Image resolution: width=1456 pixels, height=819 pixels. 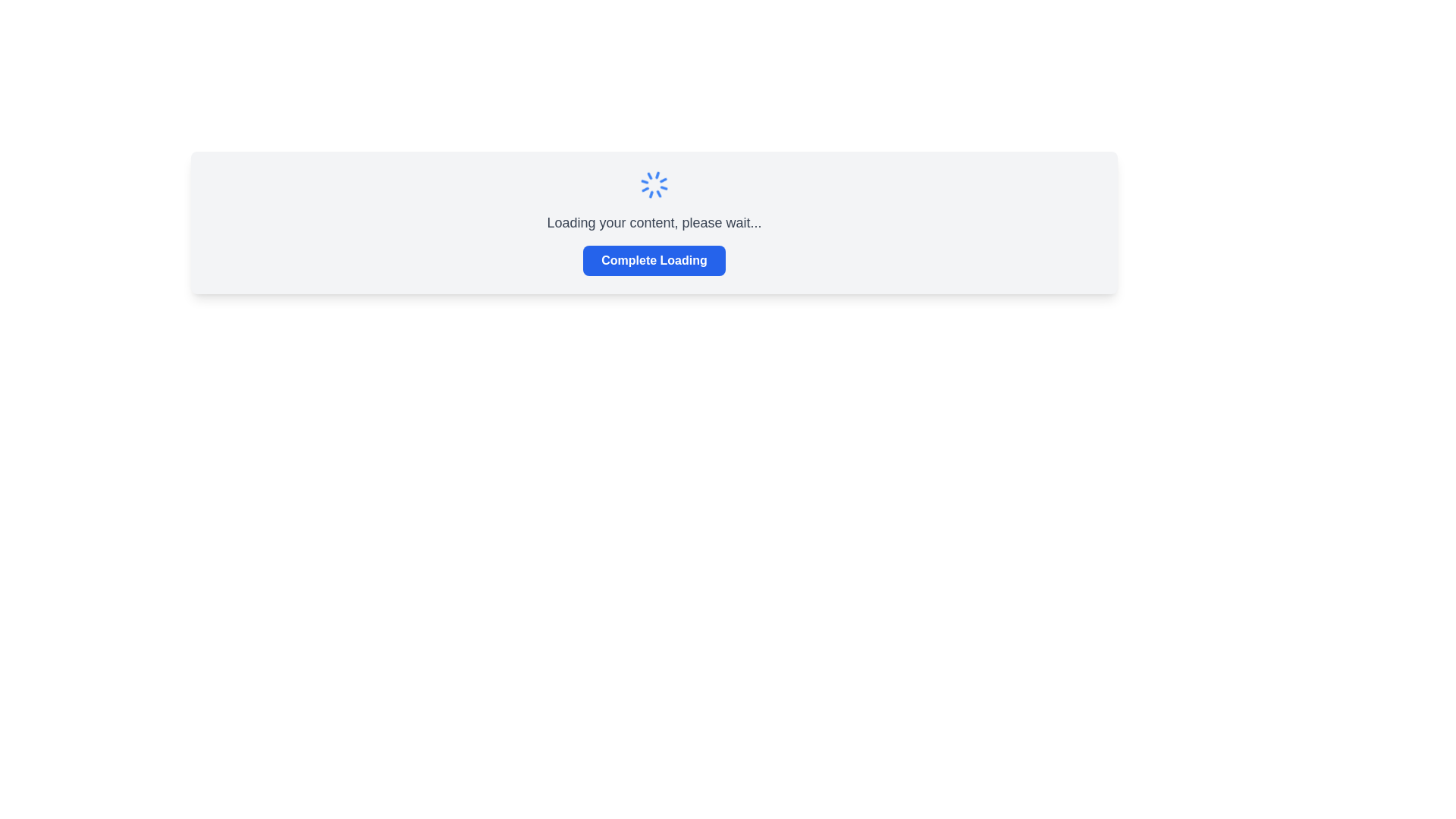 What do you see at coordinates (654, 222) in the screenshot?
I see `loading message displayed in the Loading indicator section, which shows the text 'Loading your content, please wait...' above the button 'Complete Loading'` at bounding box center [654, 222].